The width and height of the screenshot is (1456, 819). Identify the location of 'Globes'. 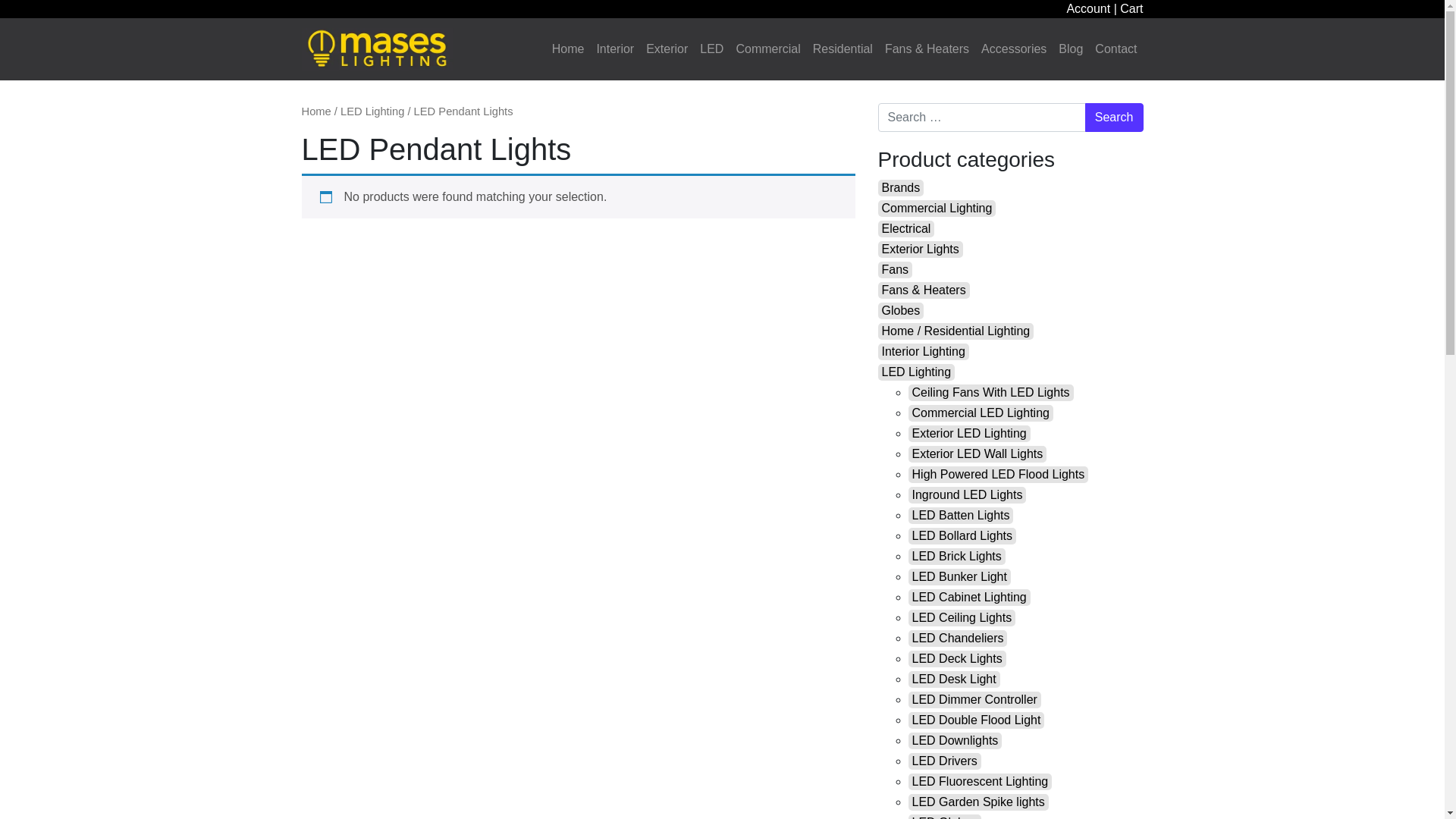
(877, 309).